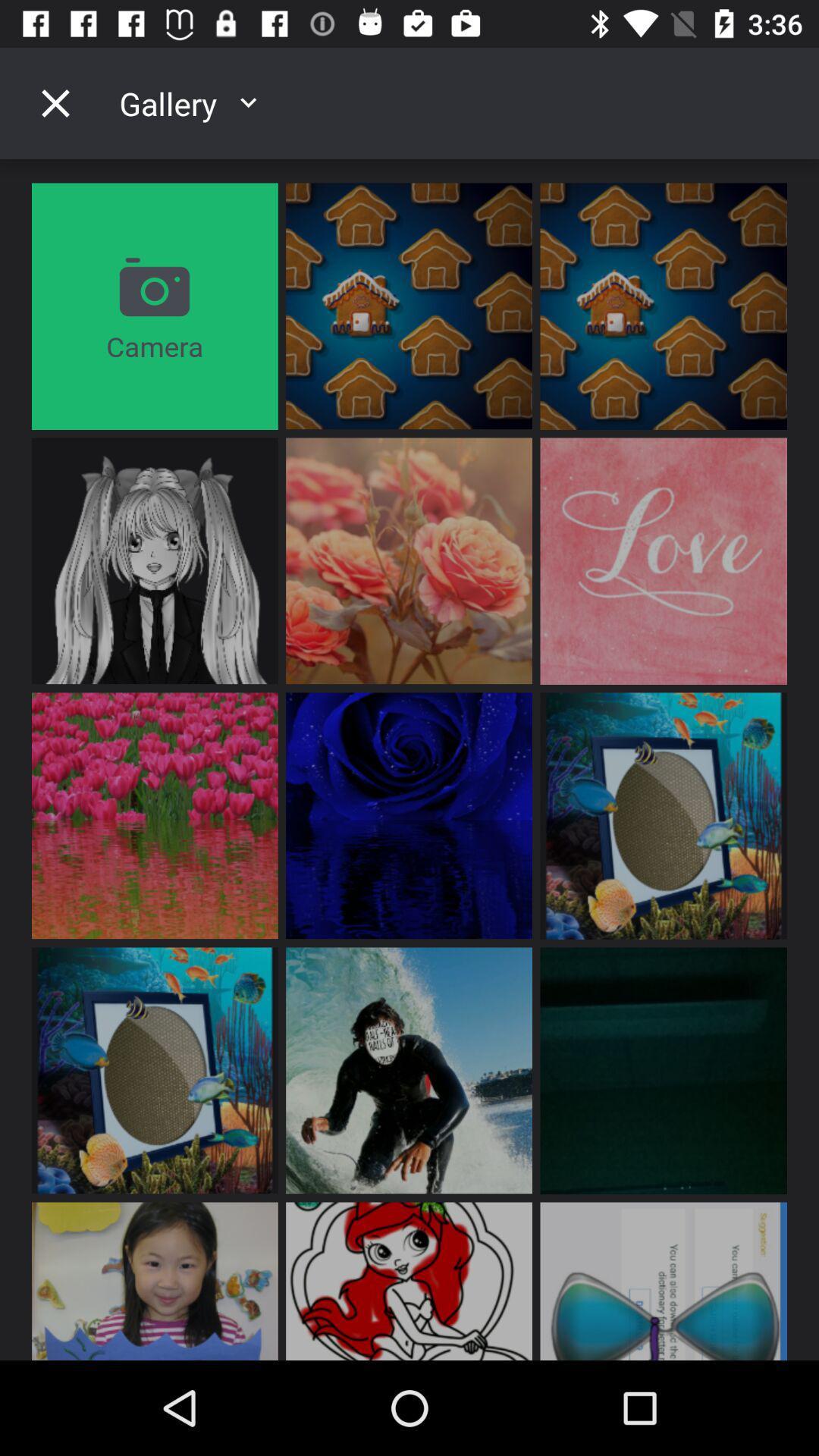 This screenshot has width=819, height=1456. I want to click on the icon above camera, so click(55, 102).